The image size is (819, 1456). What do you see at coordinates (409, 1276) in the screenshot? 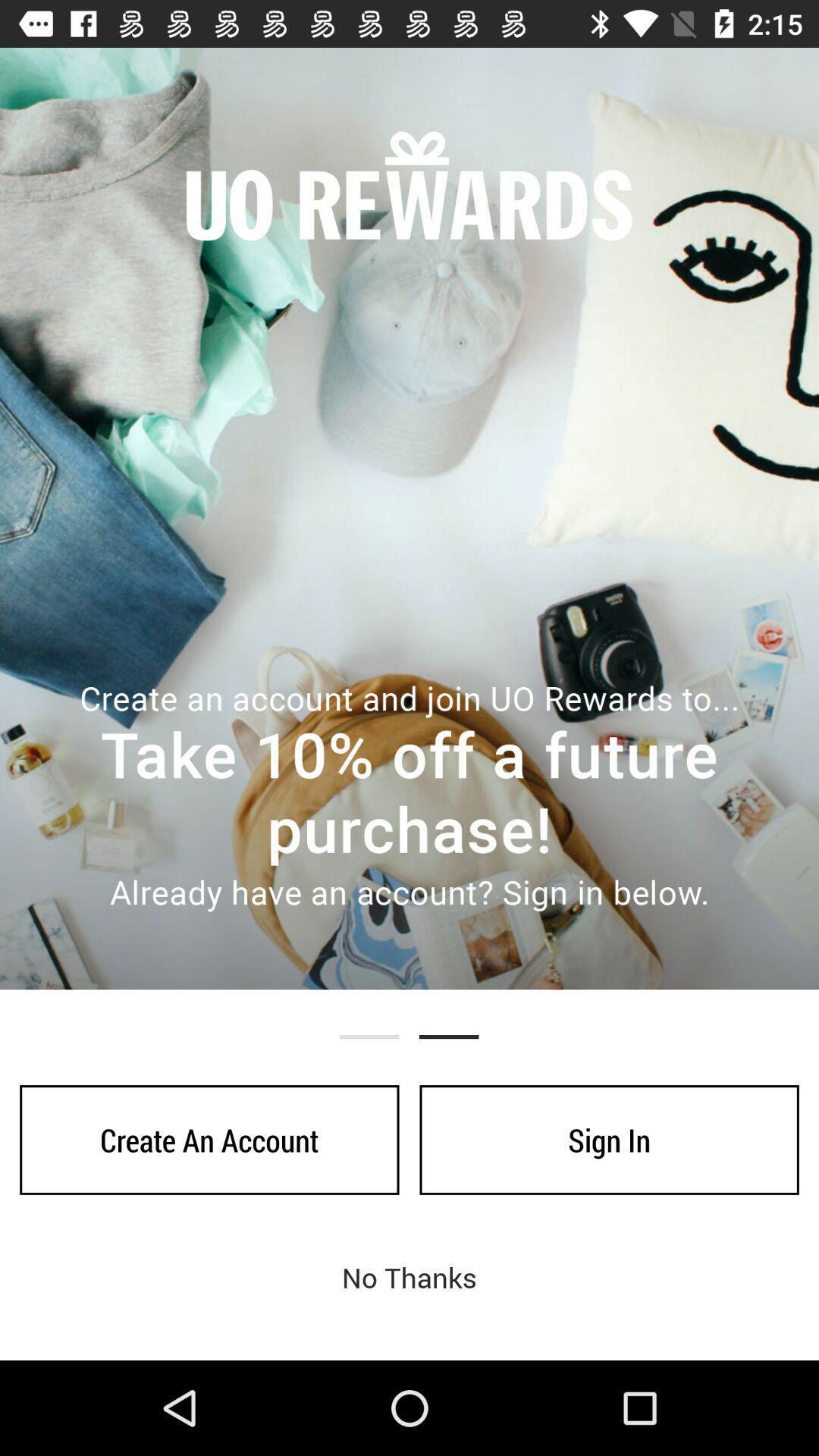
I see `icon below the create an account icon` at bounding box center [409, 1276].